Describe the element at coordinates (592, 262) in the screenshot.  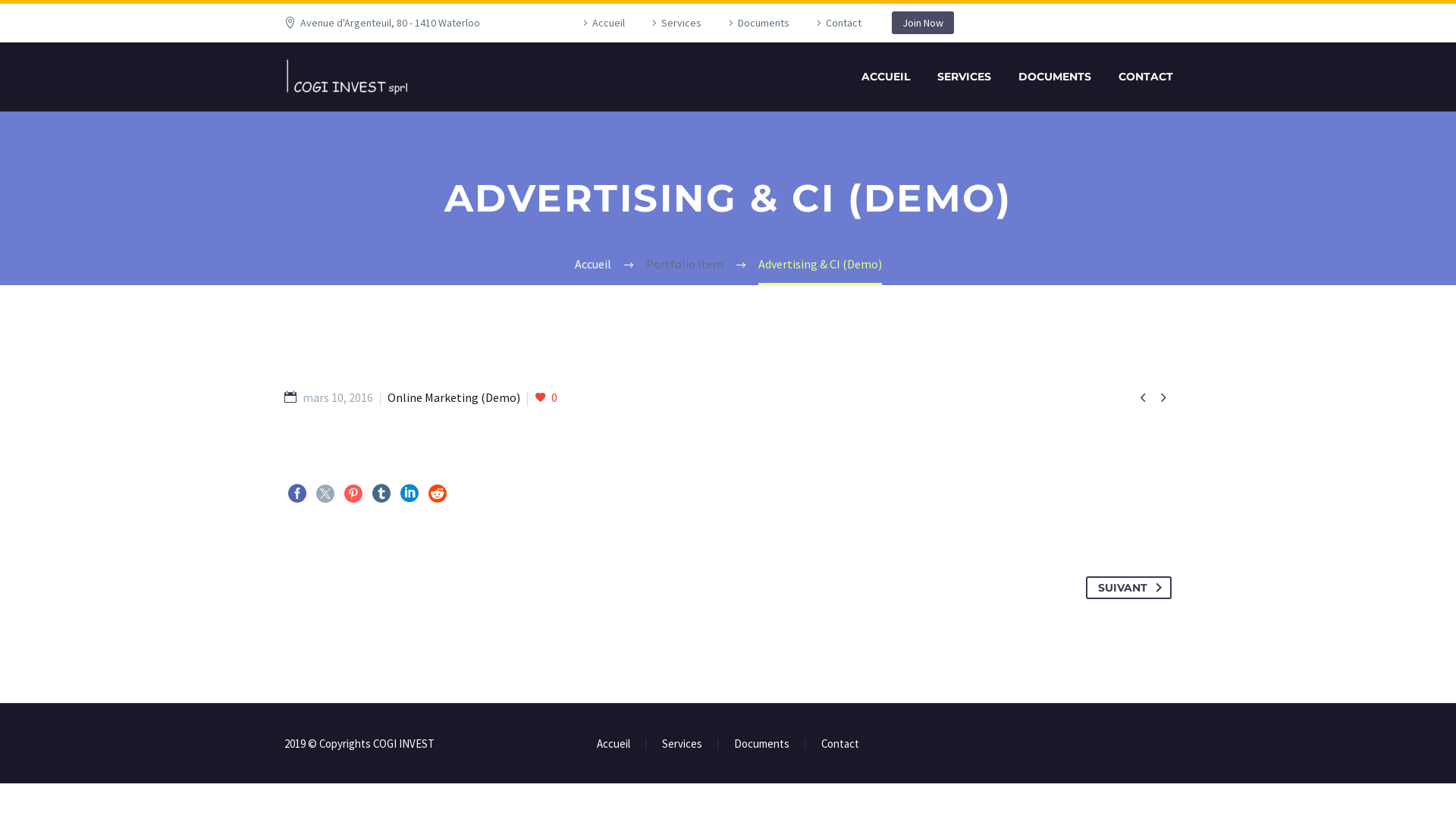
I see `'Accueil'` at that location.